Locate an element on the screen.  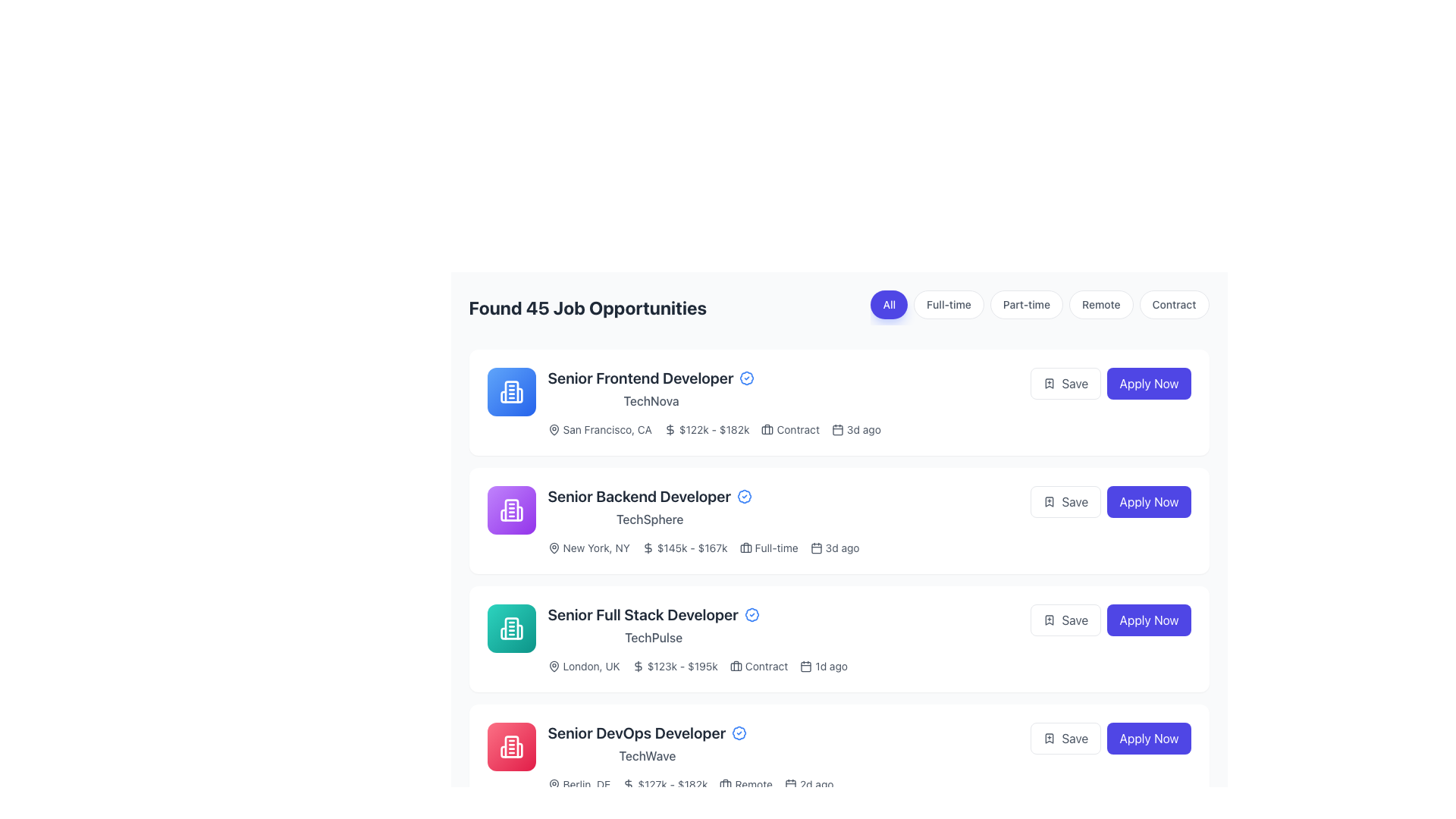
the icon or badge component located on the right side of the 'Senior Frontend Developer' row, adjacent to the title text is located at coordinates (747, 377).